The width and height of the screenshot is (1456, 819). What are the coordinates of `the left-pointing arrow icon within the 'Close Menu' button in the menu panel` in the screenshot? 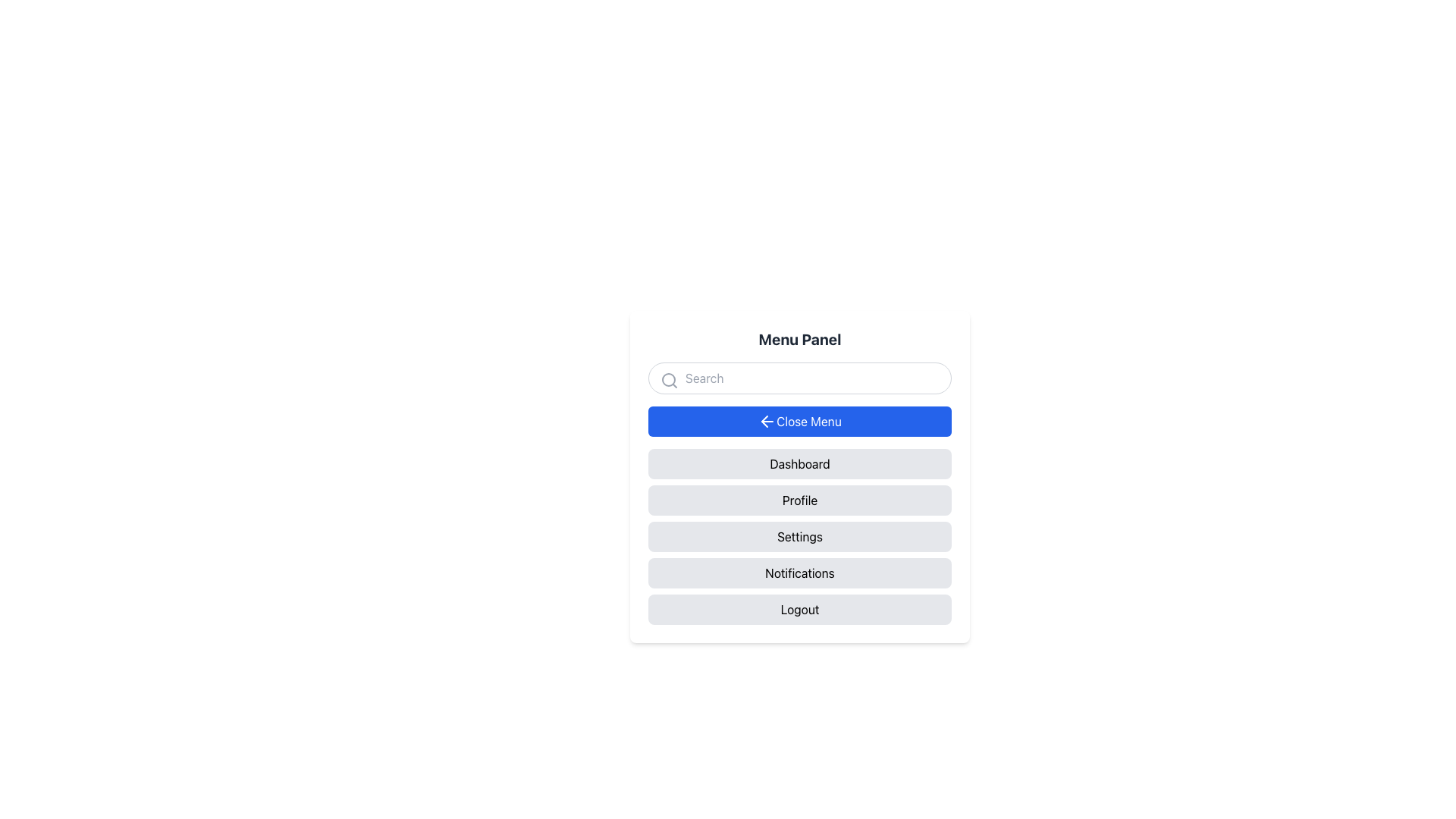 It's located at (764, 421).